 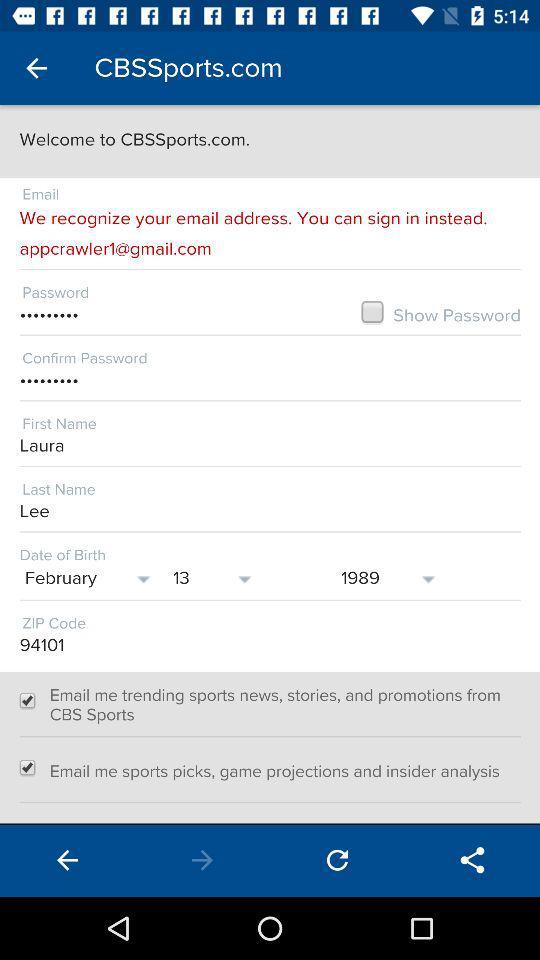 I want to click on the arrow_forward icon, so click(x=202, y=859).